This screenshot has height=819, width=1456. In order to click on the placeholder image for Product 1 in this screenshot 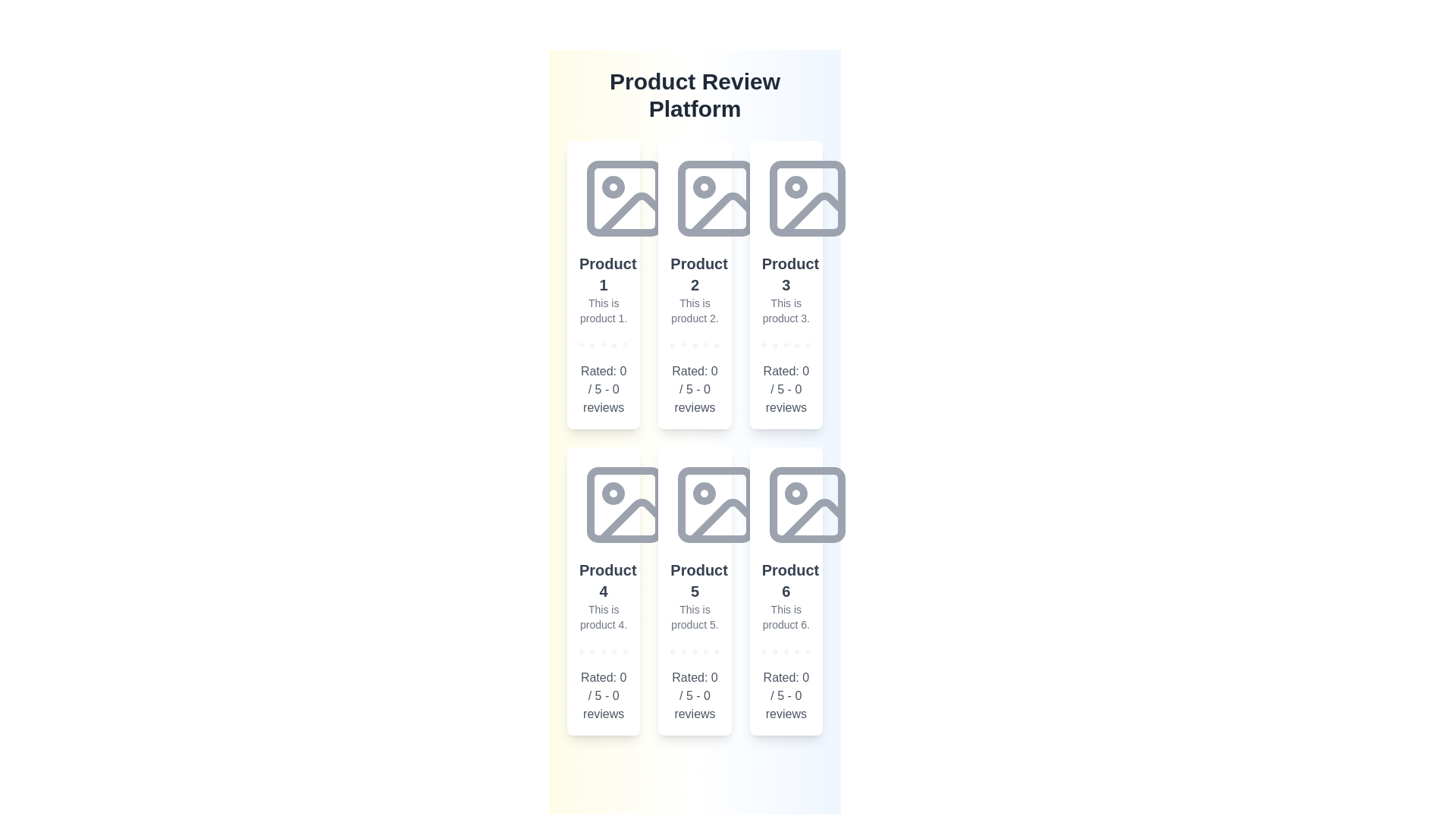, I will do `click(625, 198)`.